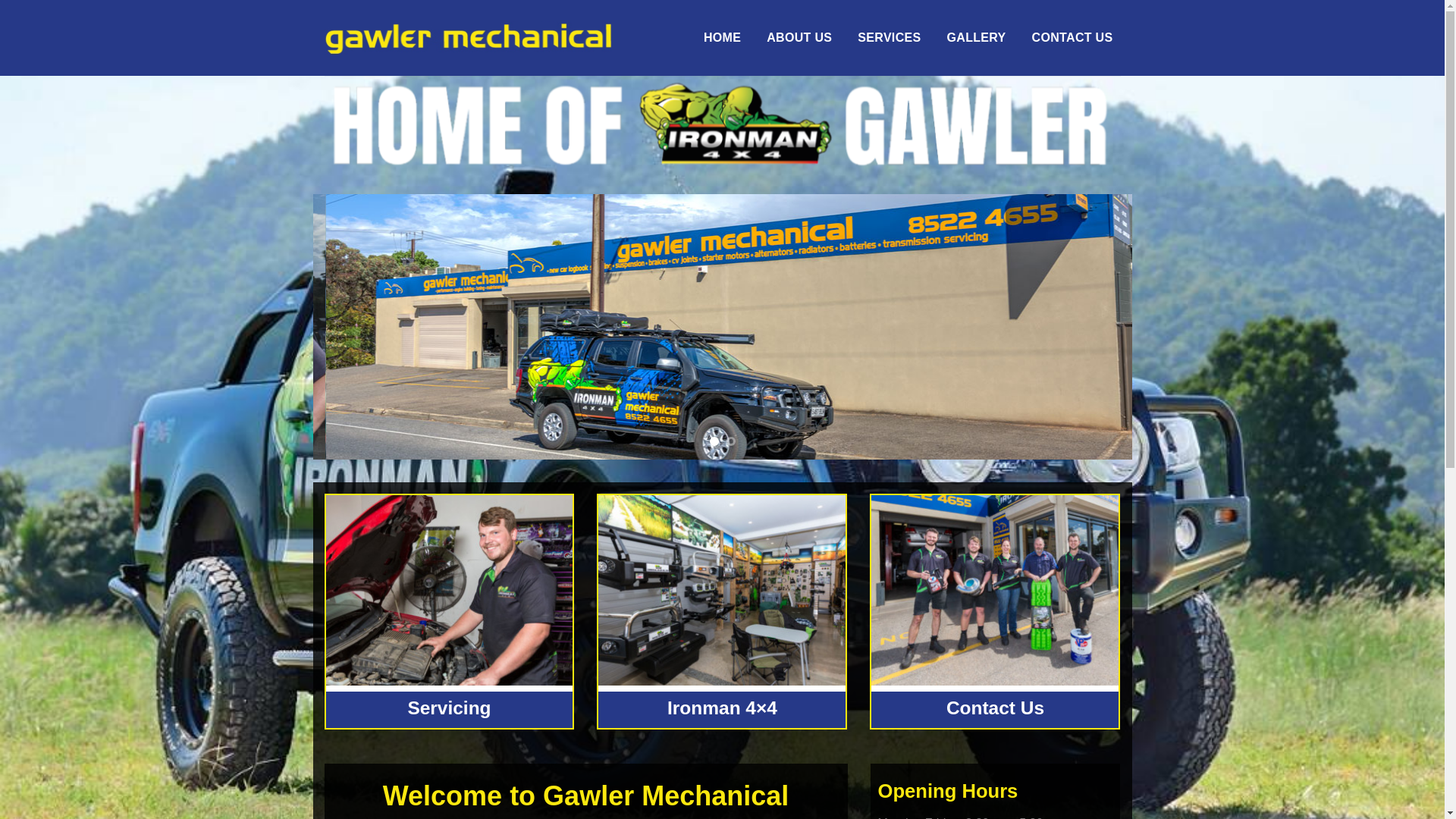 Image resolution: width=1456 pixels, height=819 pixels. Describe the element at coordinates (759, 37) in the screenshot. I see `'ABOUT US'` at that location.